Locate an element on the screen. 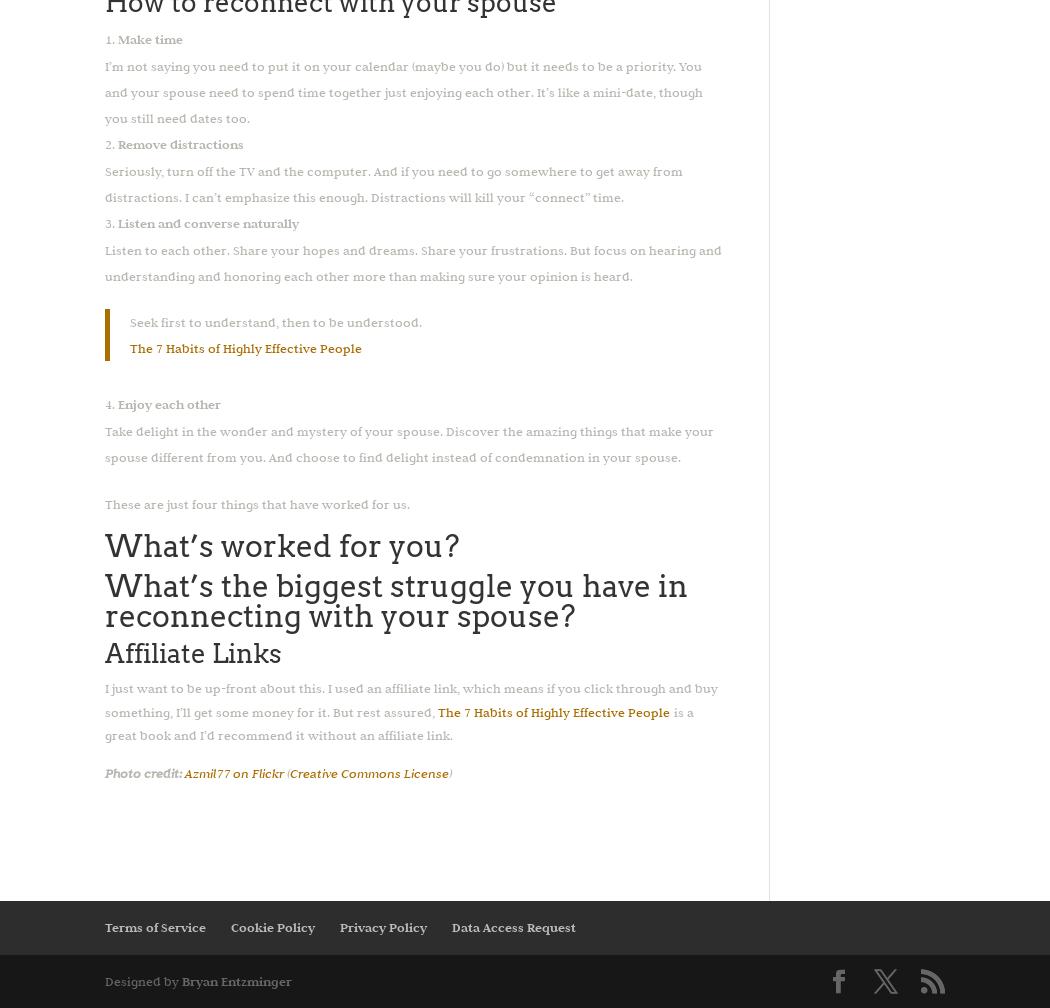  'Take delight in the wonder and mystery of your spouse. Discover the amazing things that make your spouse different from you. And choose to find delight instead of condemnation in your spouse.' is located at coordinates (409, 443).